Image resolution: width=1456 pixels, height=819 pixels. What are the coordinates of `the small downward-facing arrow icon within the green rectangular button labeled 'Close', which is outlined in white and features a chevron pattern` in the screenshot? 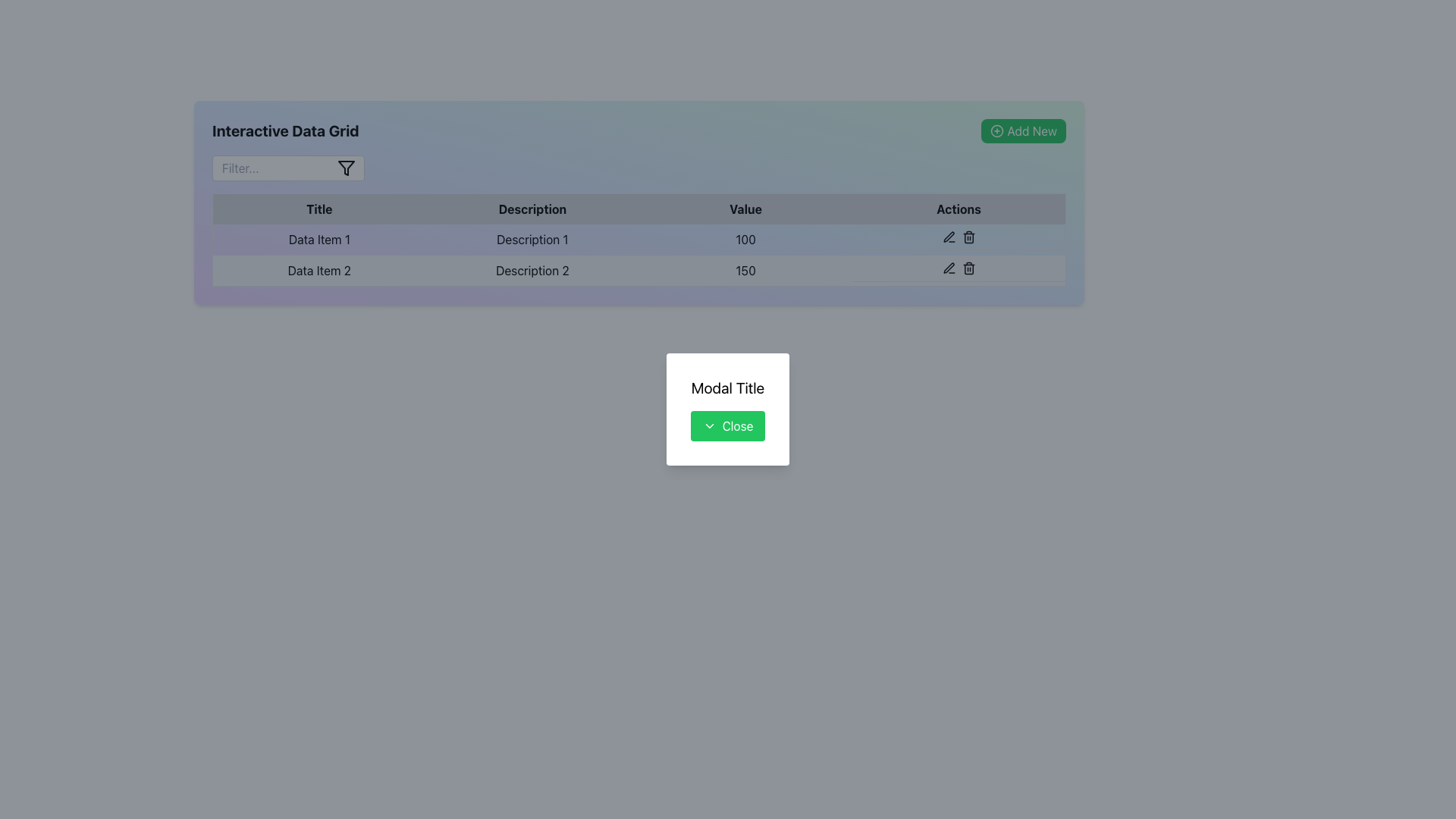 It's located at (708, 426).